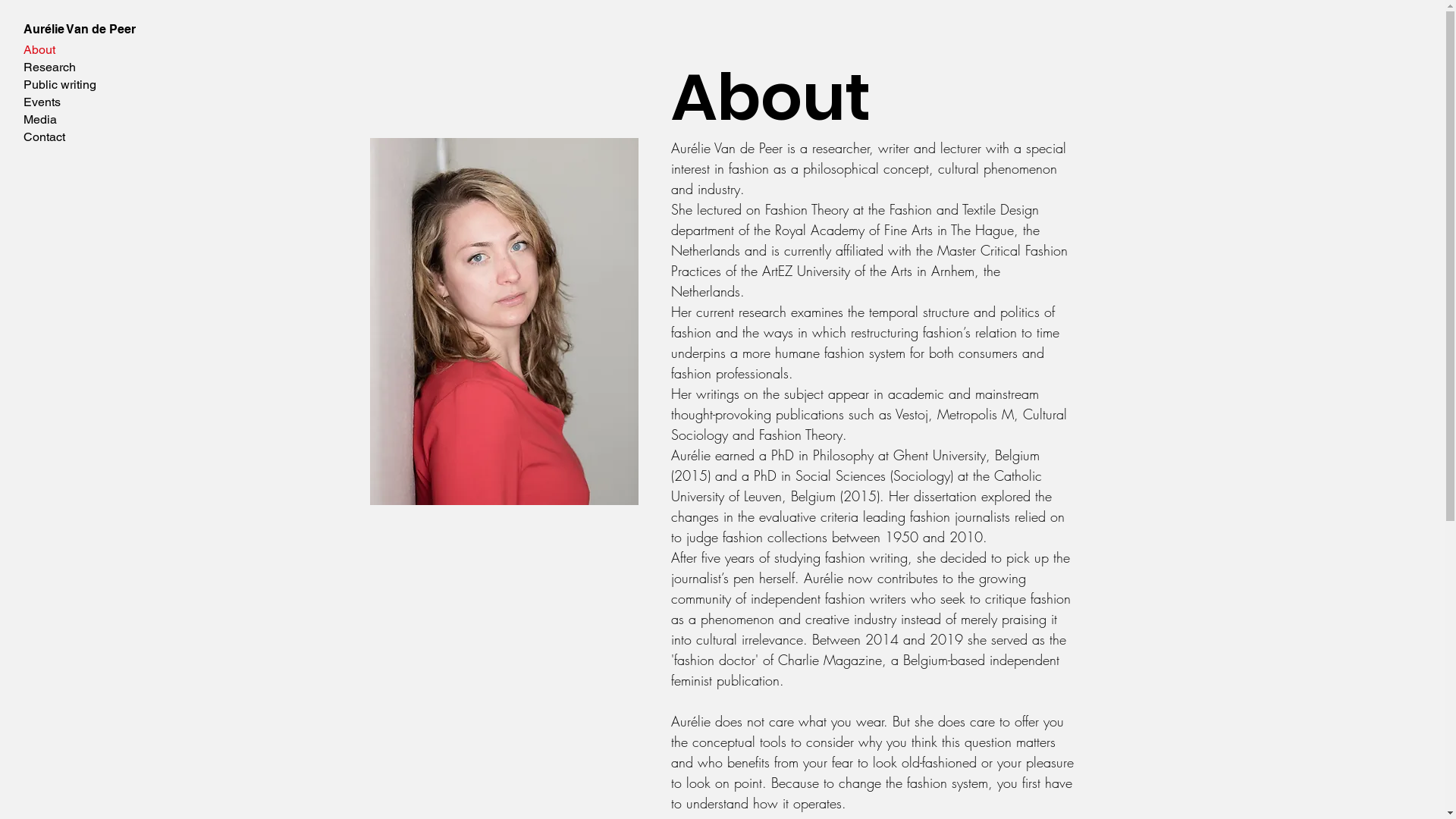 The height and width of the screenshot is (819, 1456). Describe the element at coordinates (78, 66) in the screenshot. I see `'Research'` at that location.